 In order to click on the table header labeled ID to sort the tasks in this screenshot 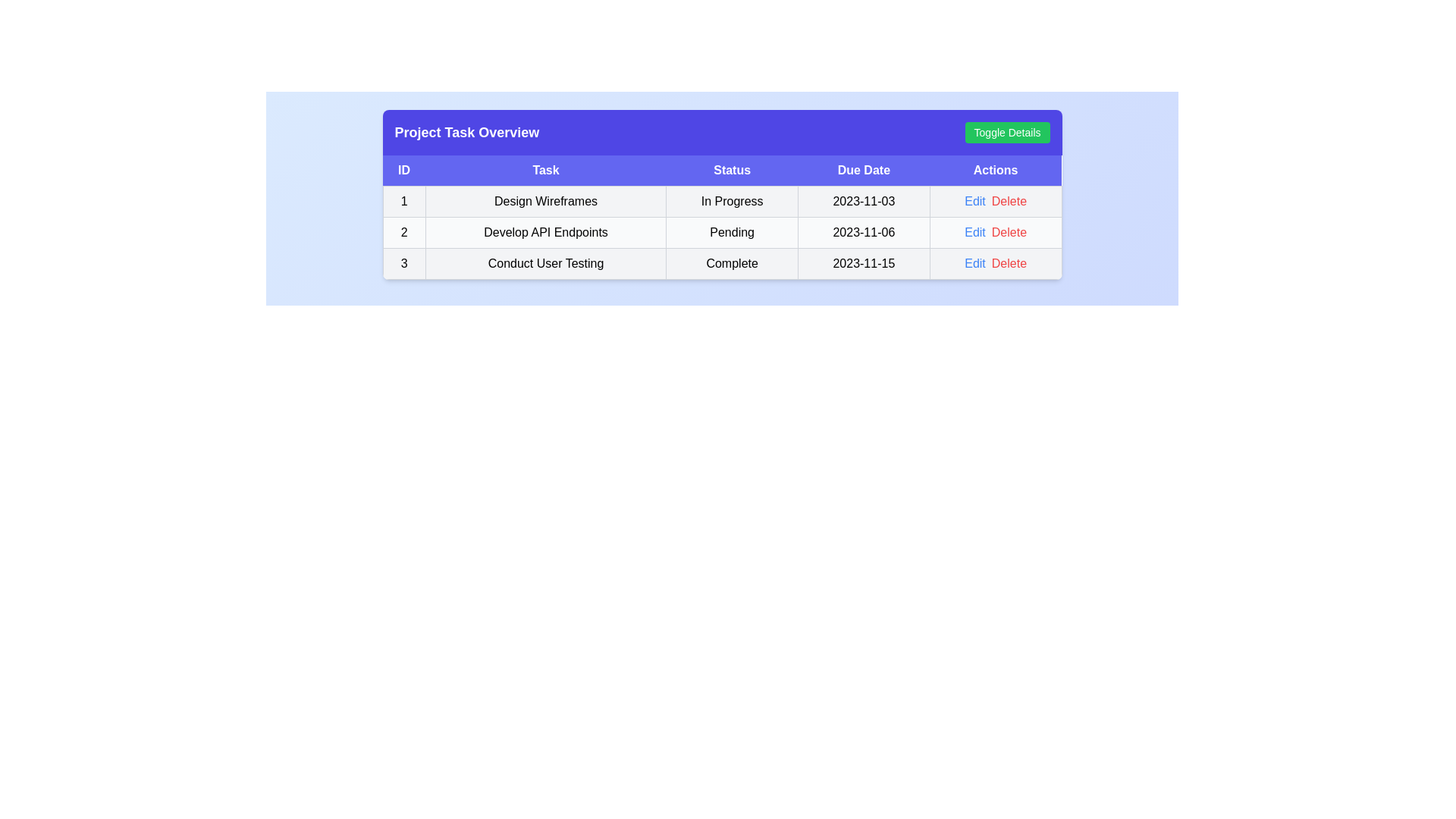, I will do `click(404, 171)`.